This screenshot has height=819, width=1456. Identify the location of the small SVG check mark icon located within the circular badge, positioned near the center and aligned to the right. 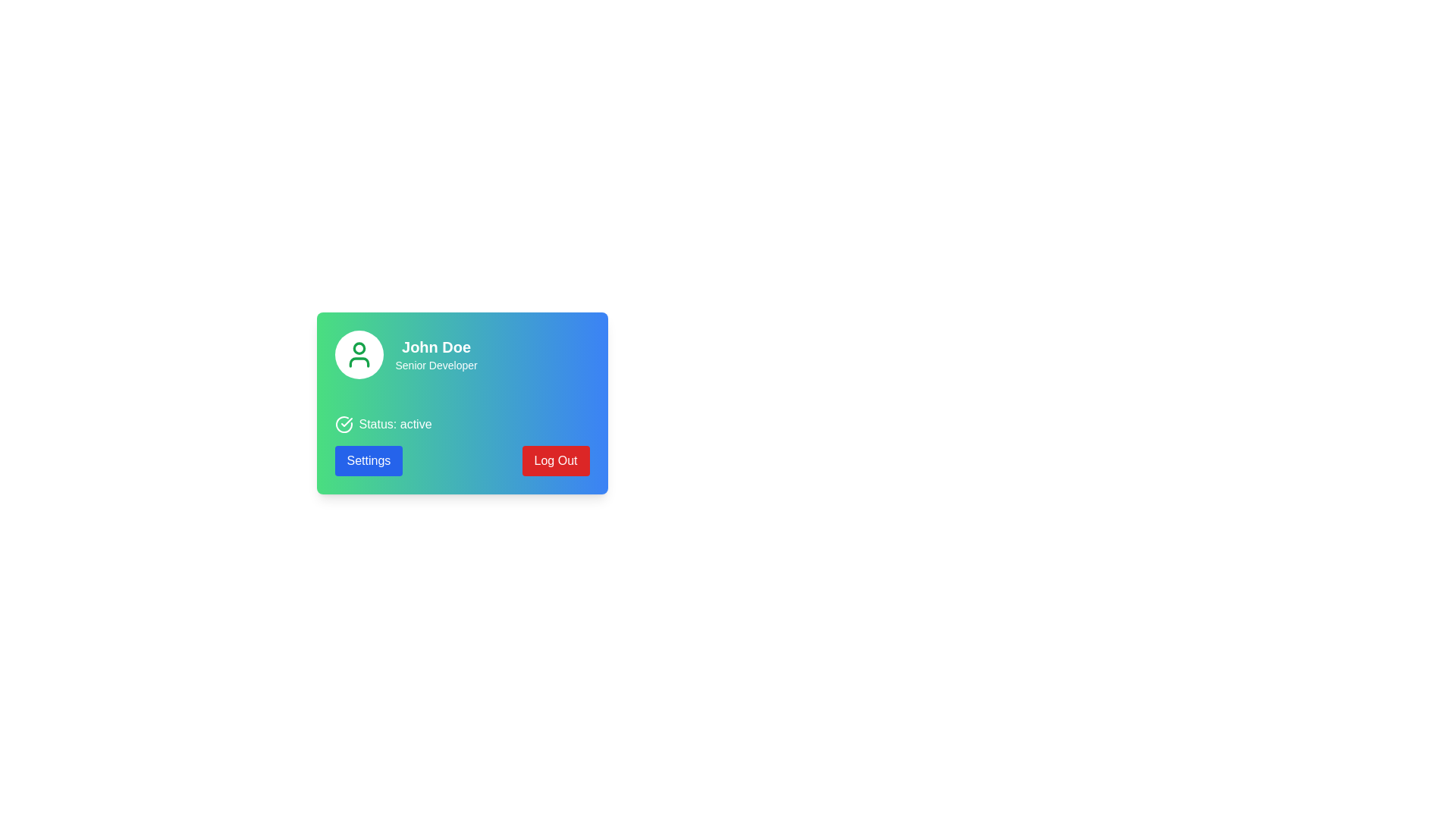
(345, 422).